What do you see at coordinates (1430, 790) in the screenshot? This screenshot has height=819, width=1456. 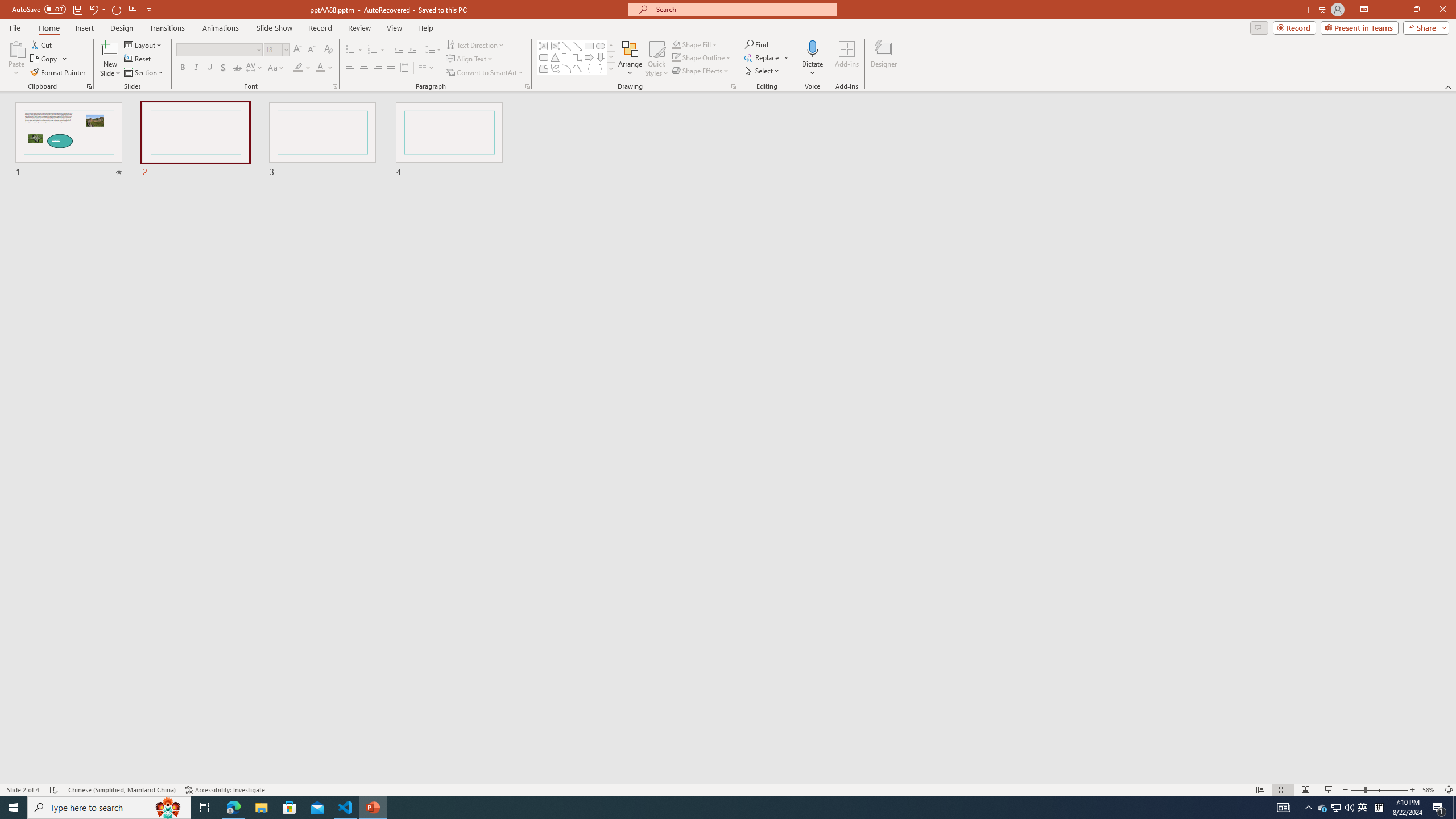 I see `'Zoom 58%'` at bounding box center [1430, 790].